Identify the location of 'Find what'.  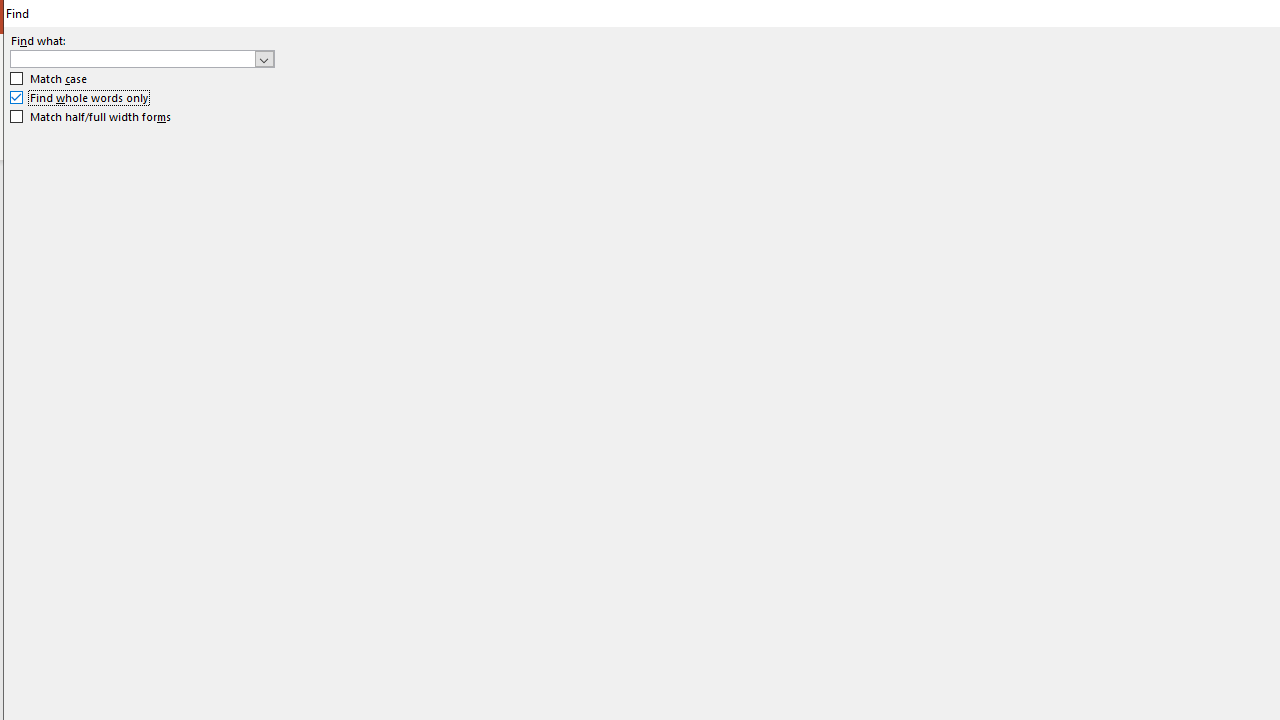
(132, 58).